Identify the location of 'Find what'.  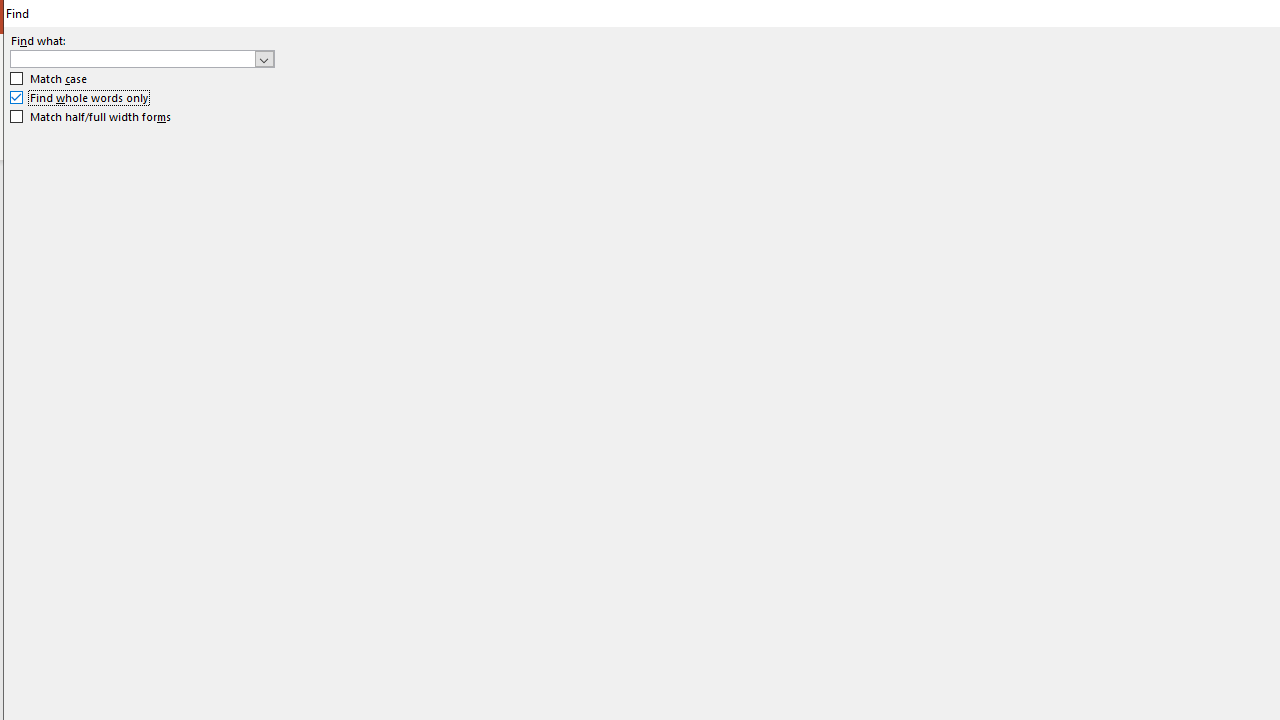
(132, 58).